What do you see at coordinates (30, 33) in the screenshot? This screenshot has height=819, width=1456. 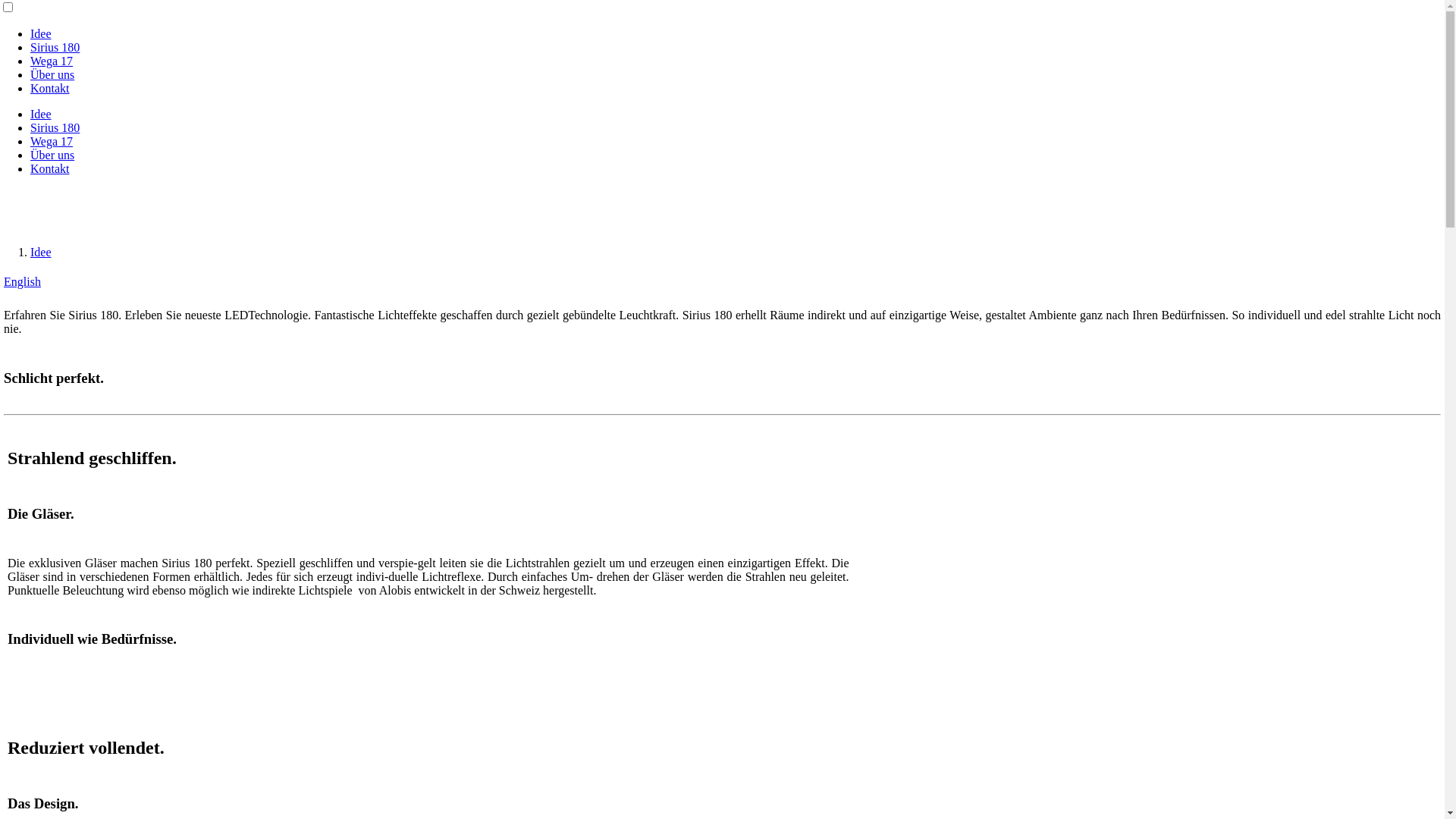 I see `'Idee'` at bounding box center [30, 33].